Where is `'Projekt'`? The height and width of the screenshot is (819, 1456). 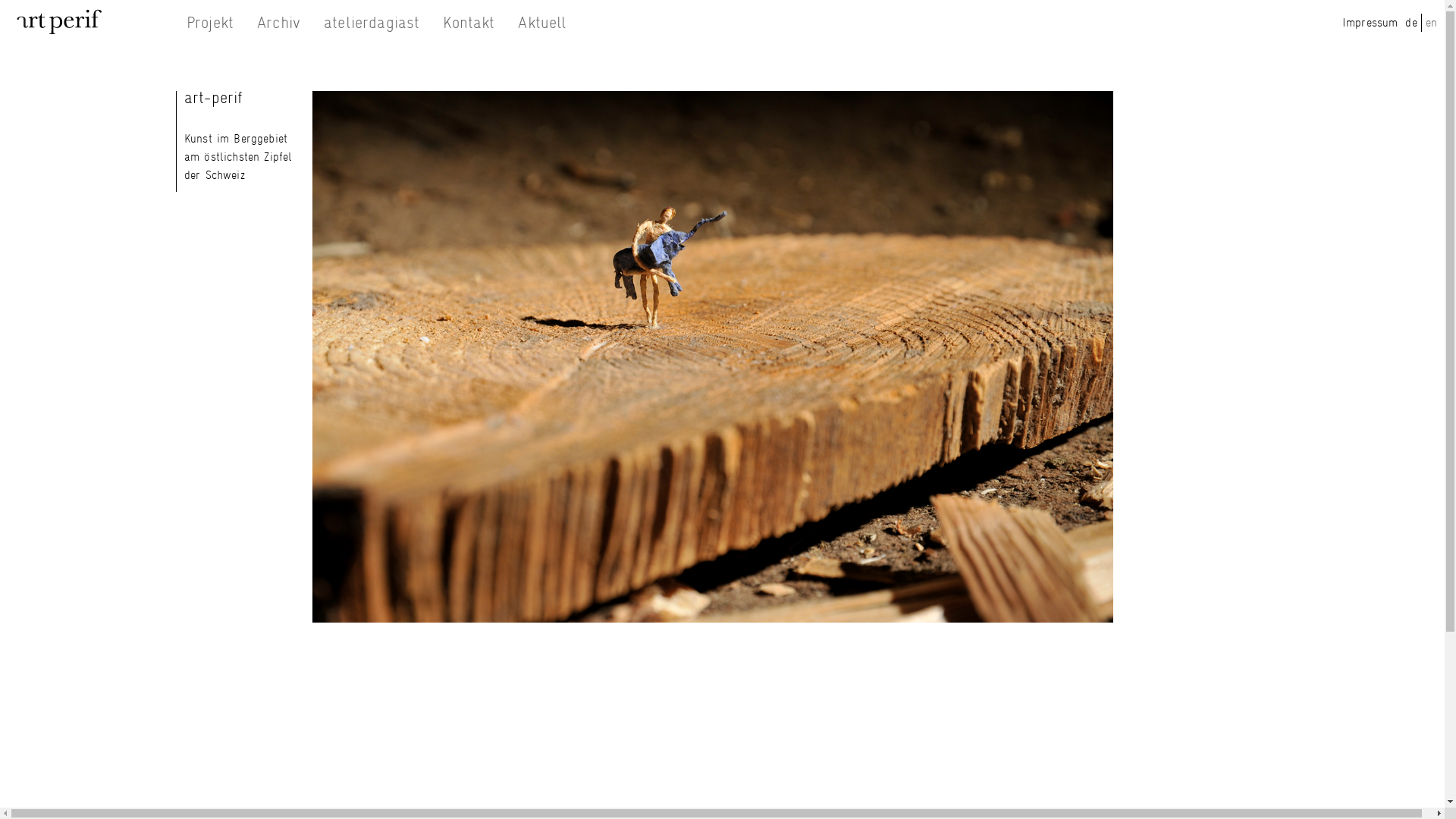 'Projekt' is located at coordinates (209, 22).